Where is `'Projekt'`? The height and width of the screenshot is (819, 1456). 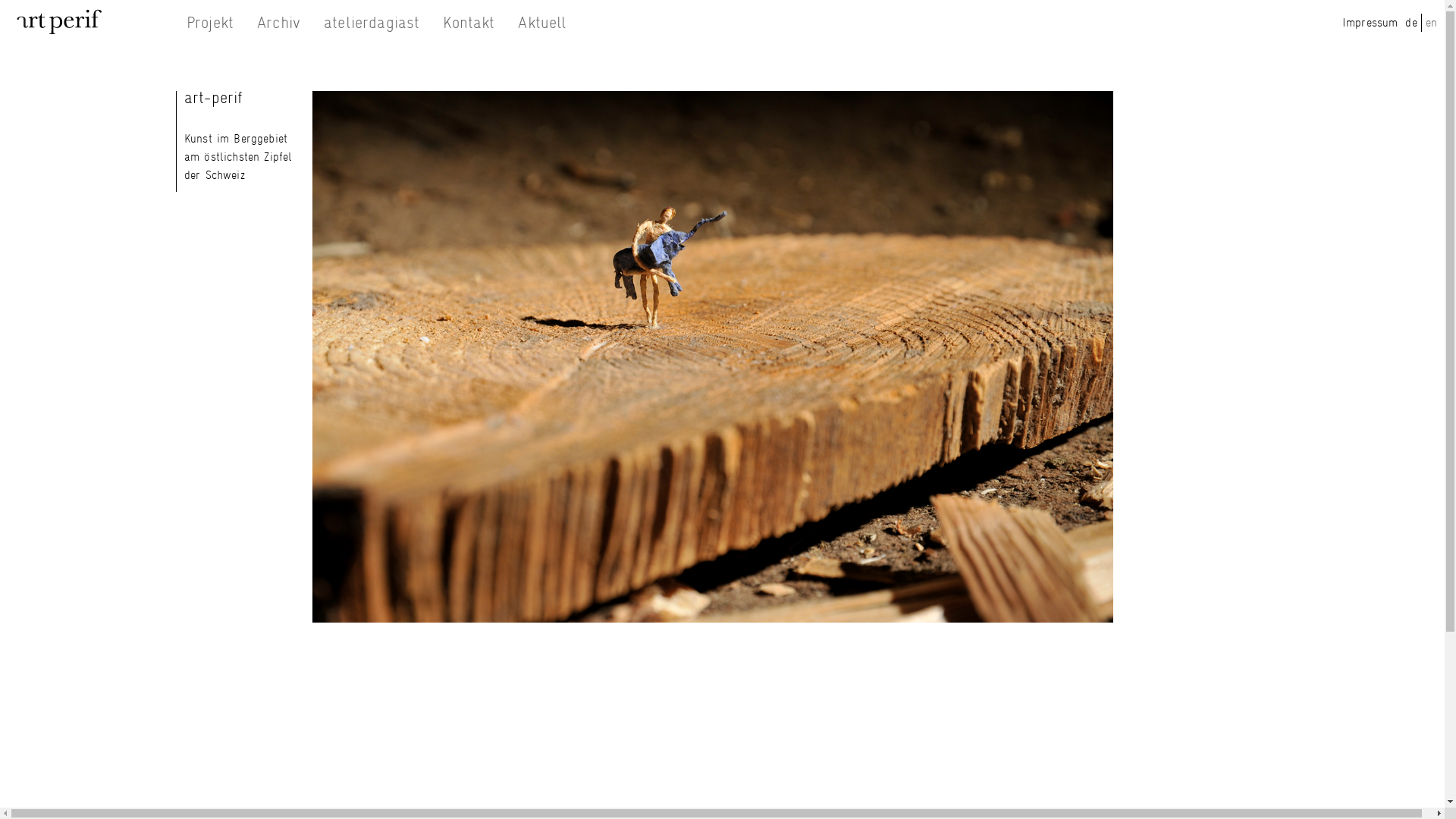 'Projekt' is located at coordinates (209, 22).